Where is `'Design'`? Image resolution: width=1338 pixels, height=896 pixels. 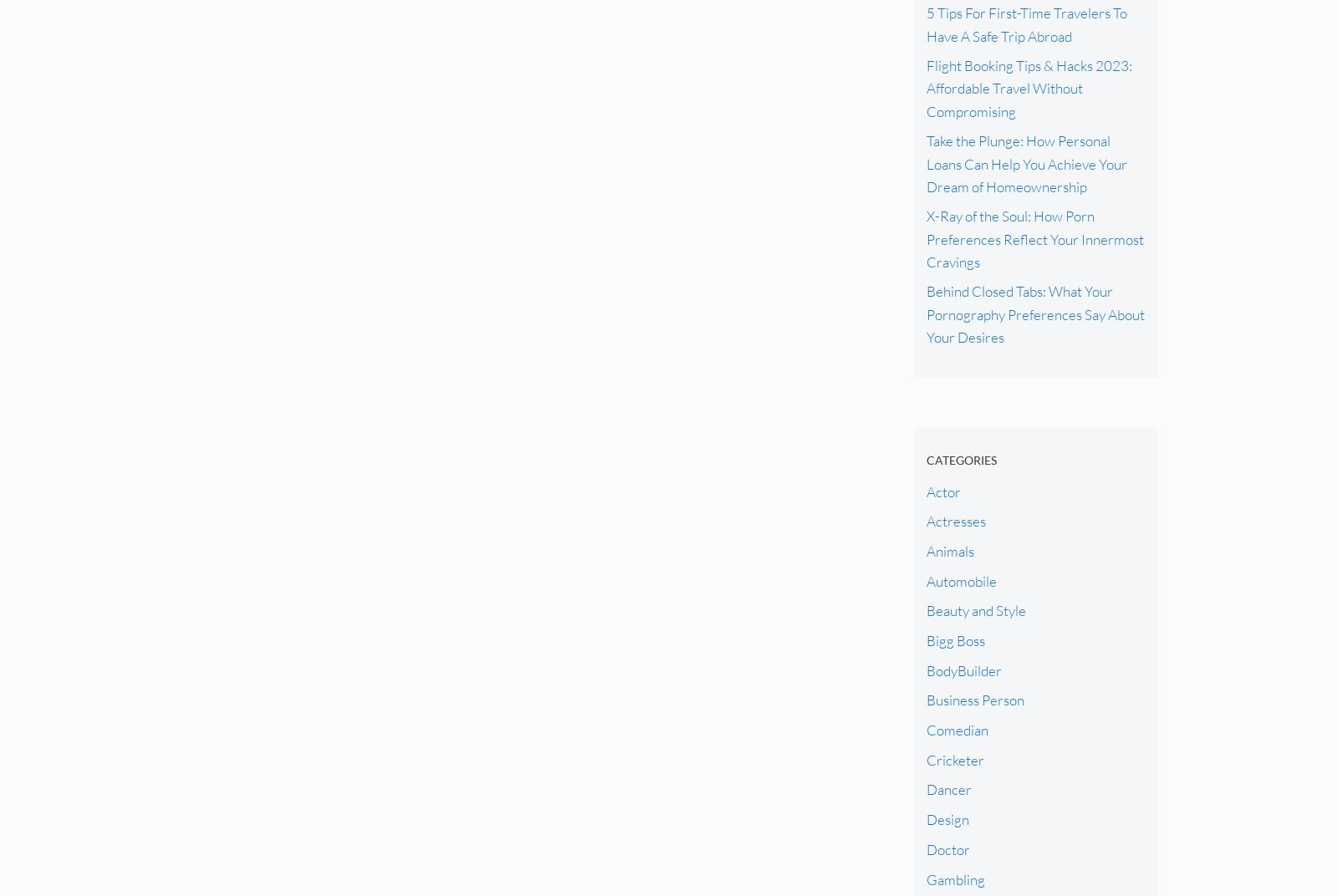
'Design' is located at coordinates (947, 818).